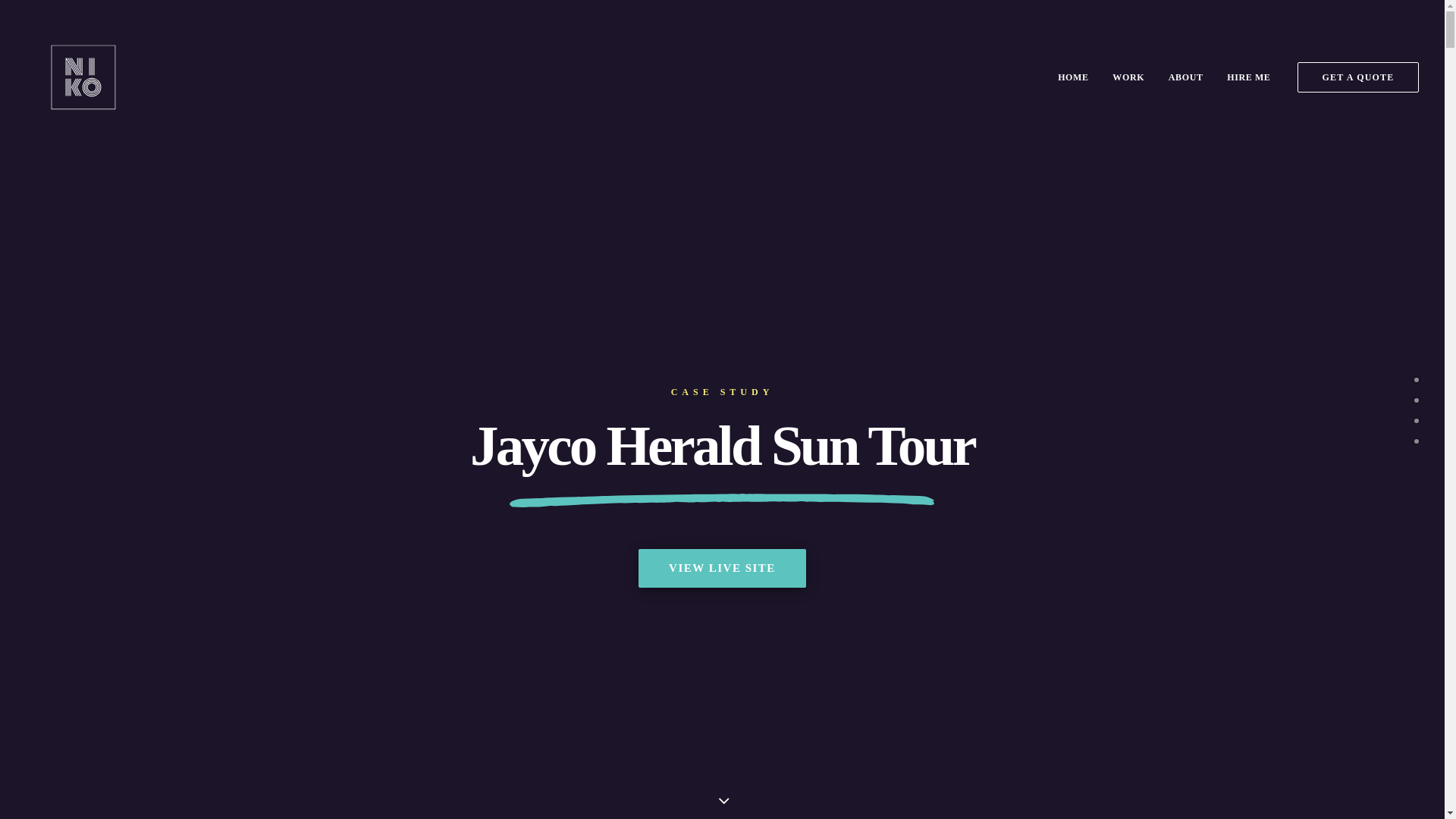 This screenshot has height=819, width=1456. I want to click on 'HOME', so click(1072, 77).